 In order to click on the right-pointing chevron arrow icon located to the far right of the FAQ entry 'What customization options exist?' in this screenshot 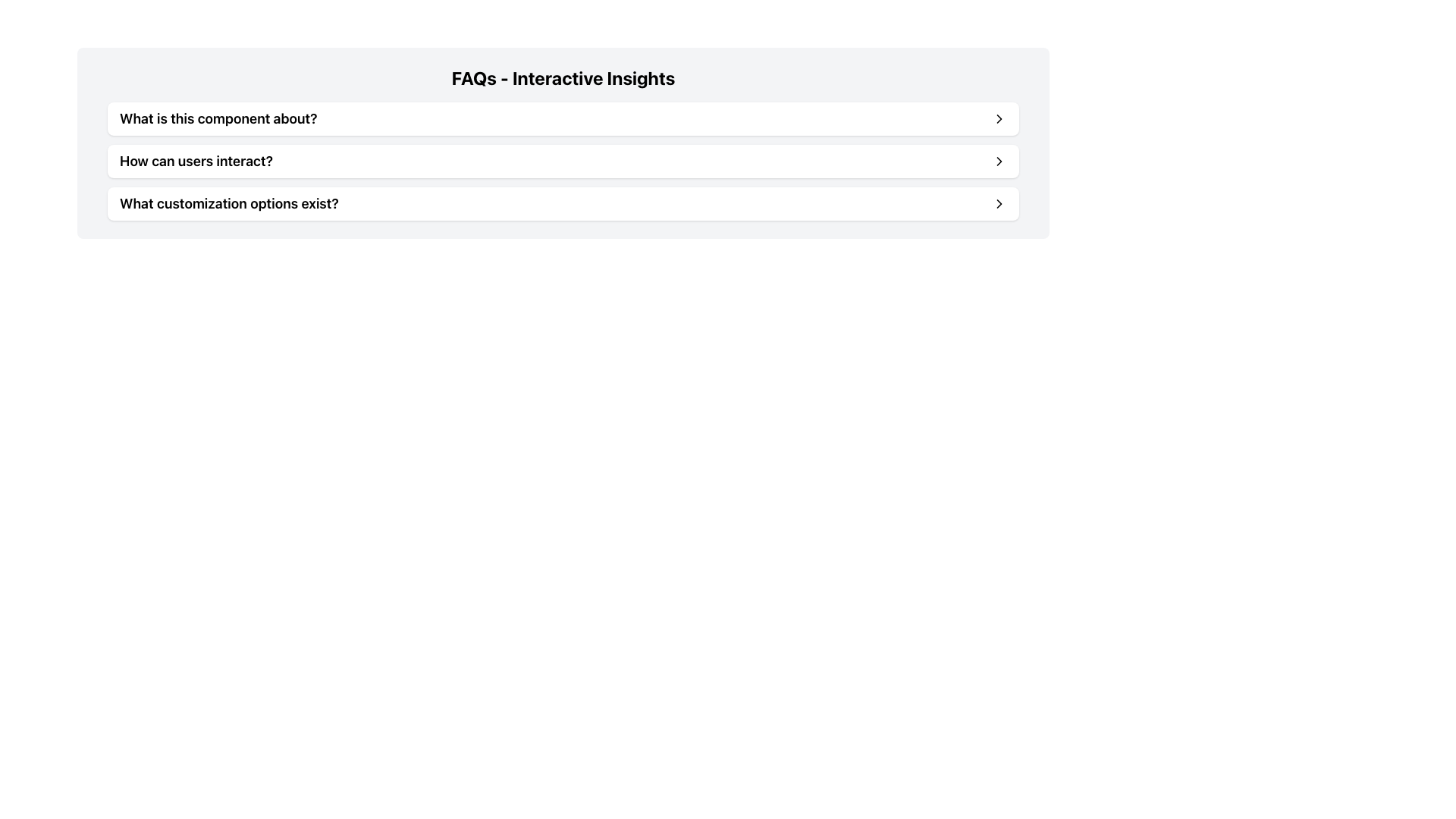, I will do `click(999, 203)`.